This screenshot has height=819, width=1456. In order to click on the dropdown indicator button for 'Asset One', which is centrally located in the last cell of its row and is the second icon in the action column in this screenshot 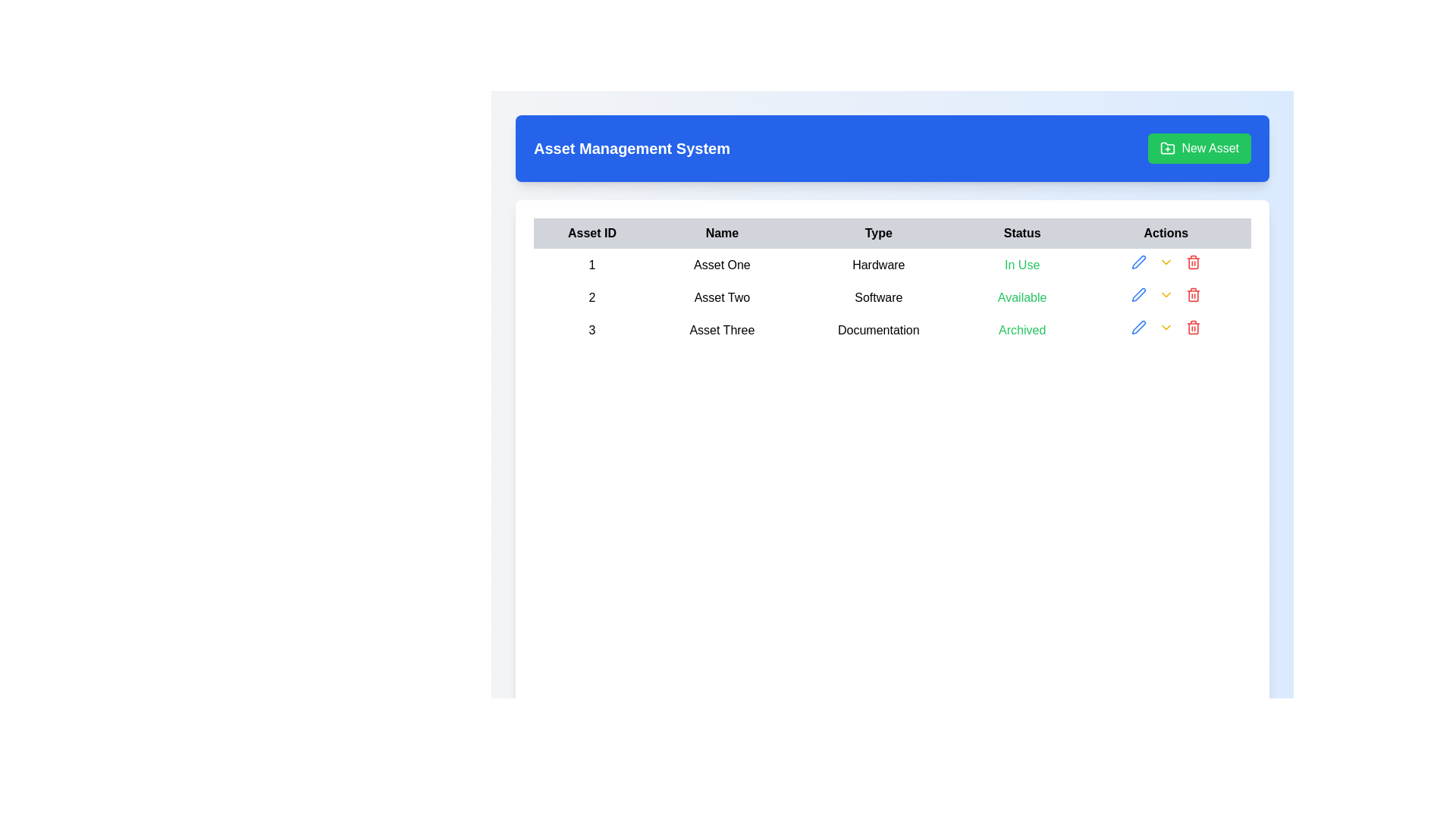, I will do `click(1165, 264)`.